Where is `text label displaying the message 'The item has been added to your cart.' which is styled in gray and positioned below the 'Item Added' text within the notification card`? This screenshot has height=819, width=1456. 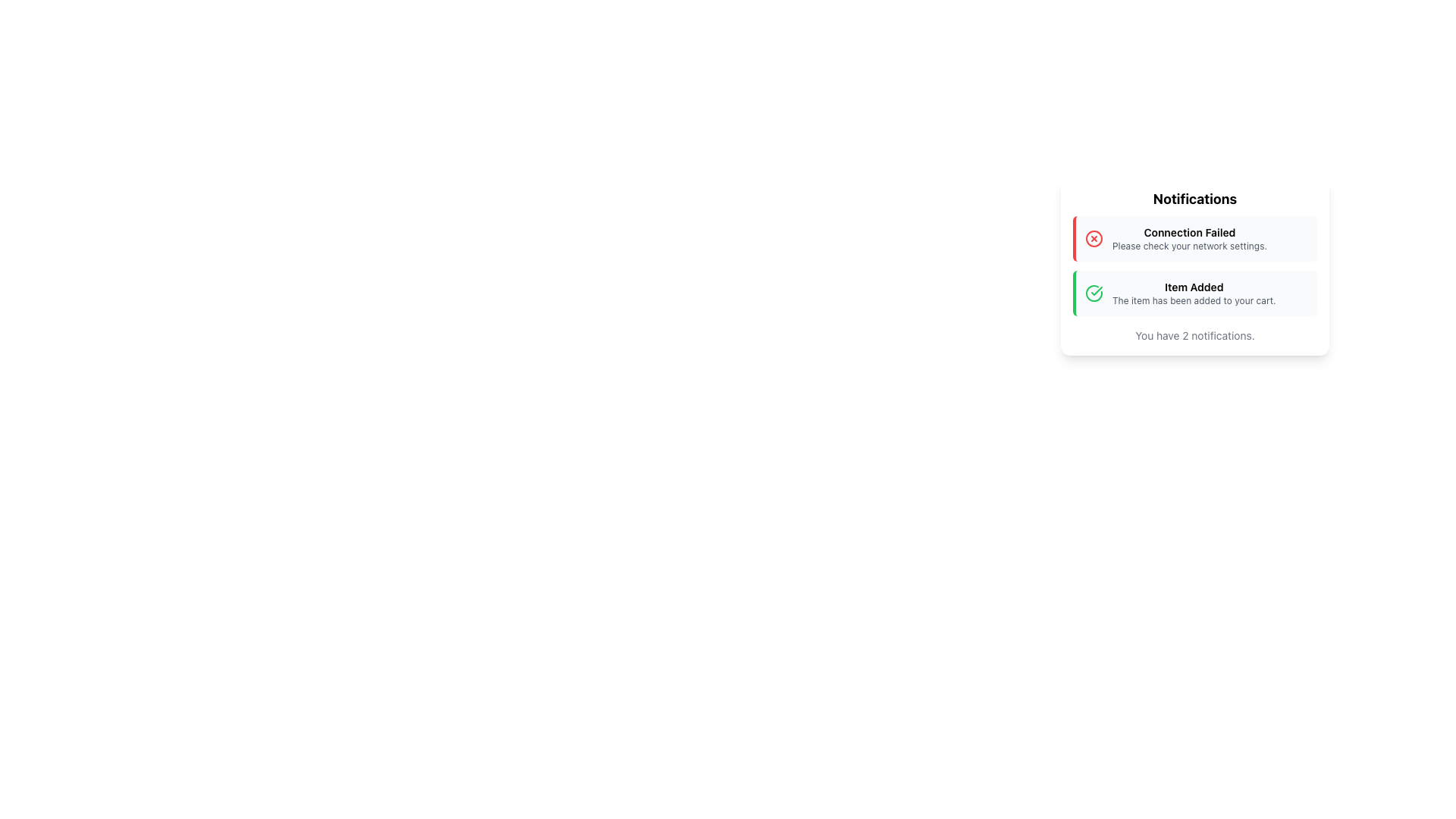
text label displaying the message 'The item has been added to your cart.' which is styled in gray and positioned below the 'Item Added' text within the notification card is located at coordinates (1193, 301).